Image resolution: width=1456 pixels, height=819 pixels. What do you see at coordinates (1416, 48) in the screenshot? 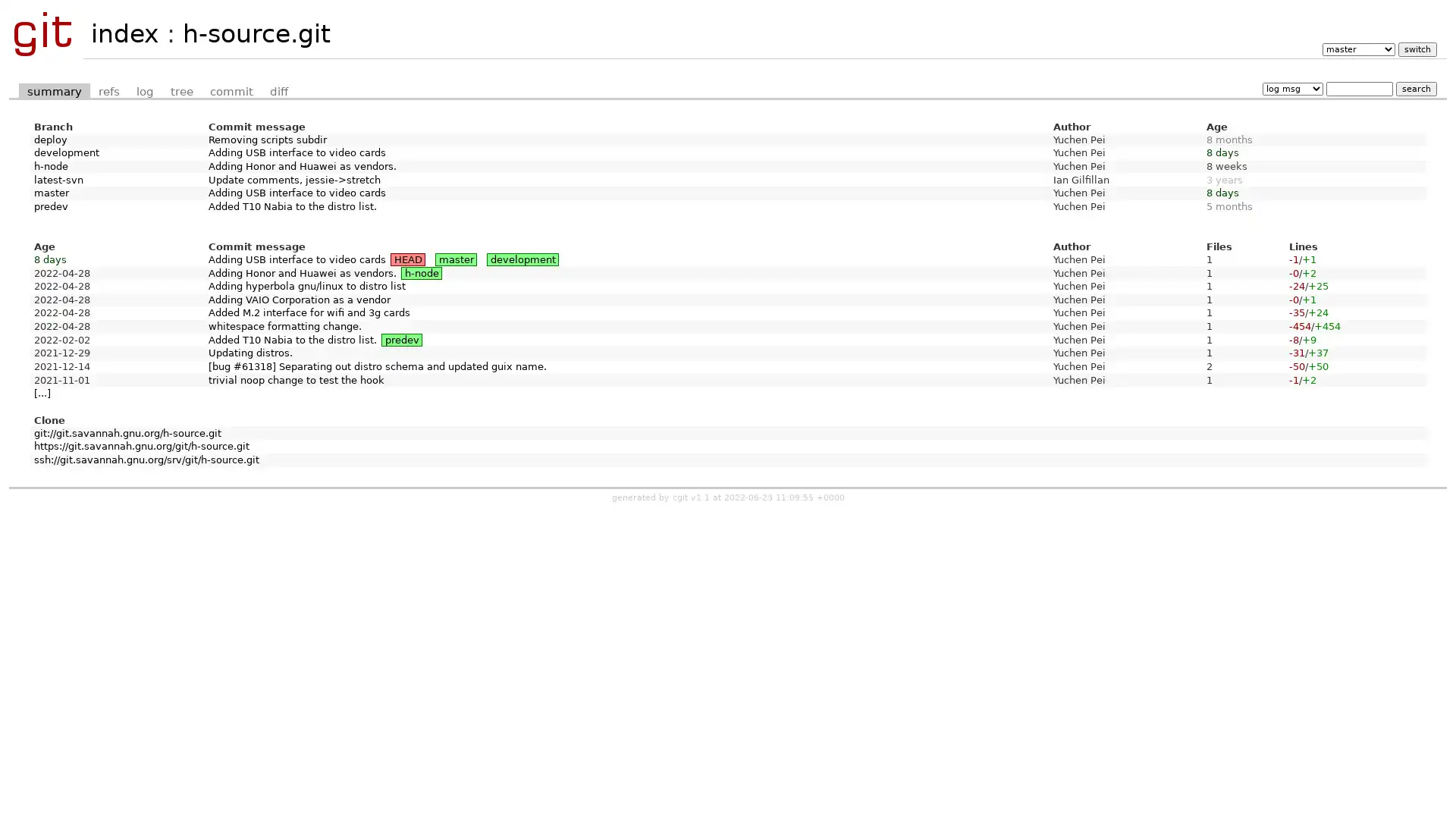
I see `switch` at bounding box center [1416, 48].